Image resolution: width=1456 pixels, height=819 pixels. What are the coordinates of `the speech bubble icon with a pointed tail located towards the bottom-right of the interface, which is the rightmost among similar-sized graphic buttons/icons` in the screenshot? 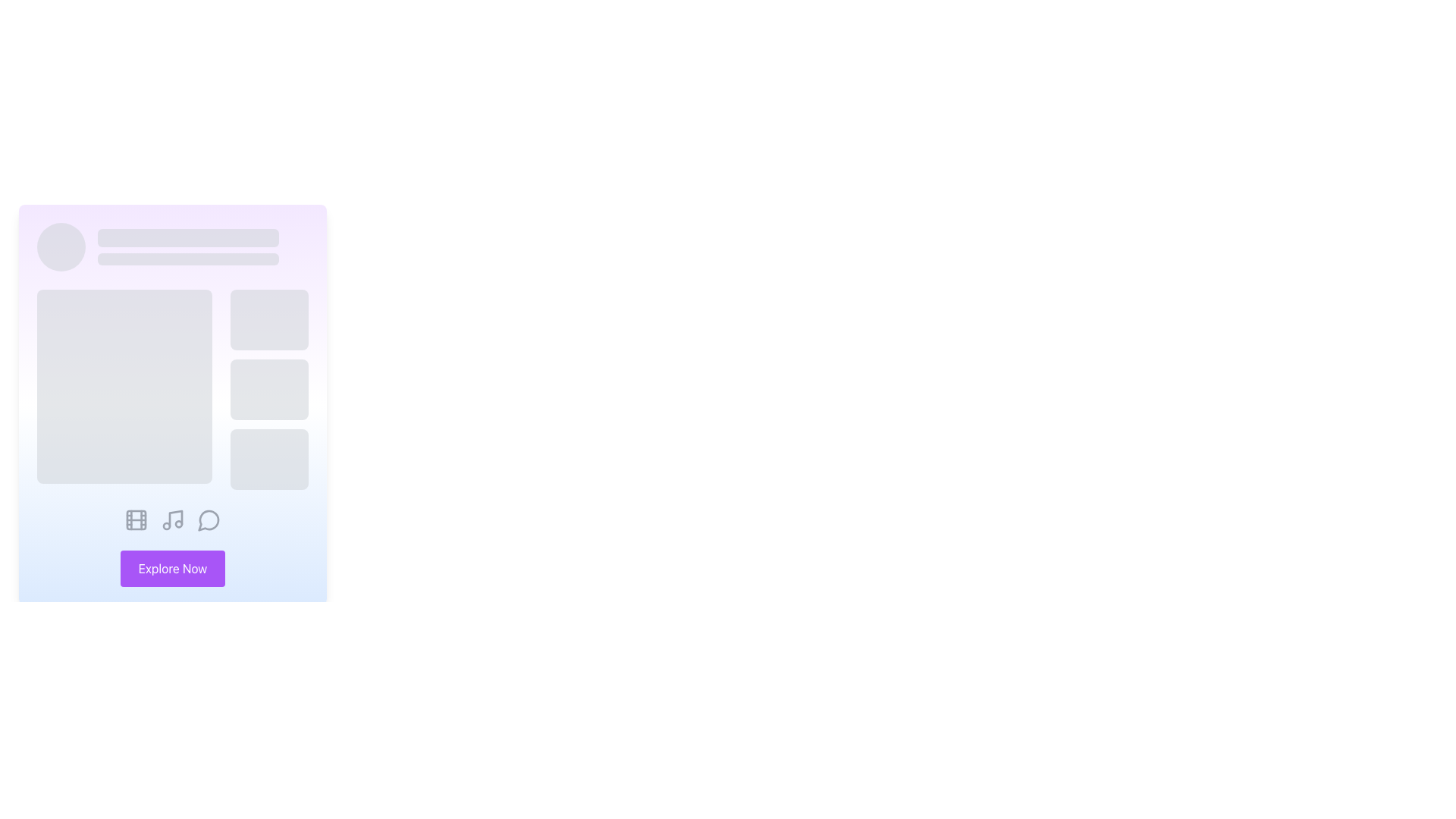 It's located at (208, 519).